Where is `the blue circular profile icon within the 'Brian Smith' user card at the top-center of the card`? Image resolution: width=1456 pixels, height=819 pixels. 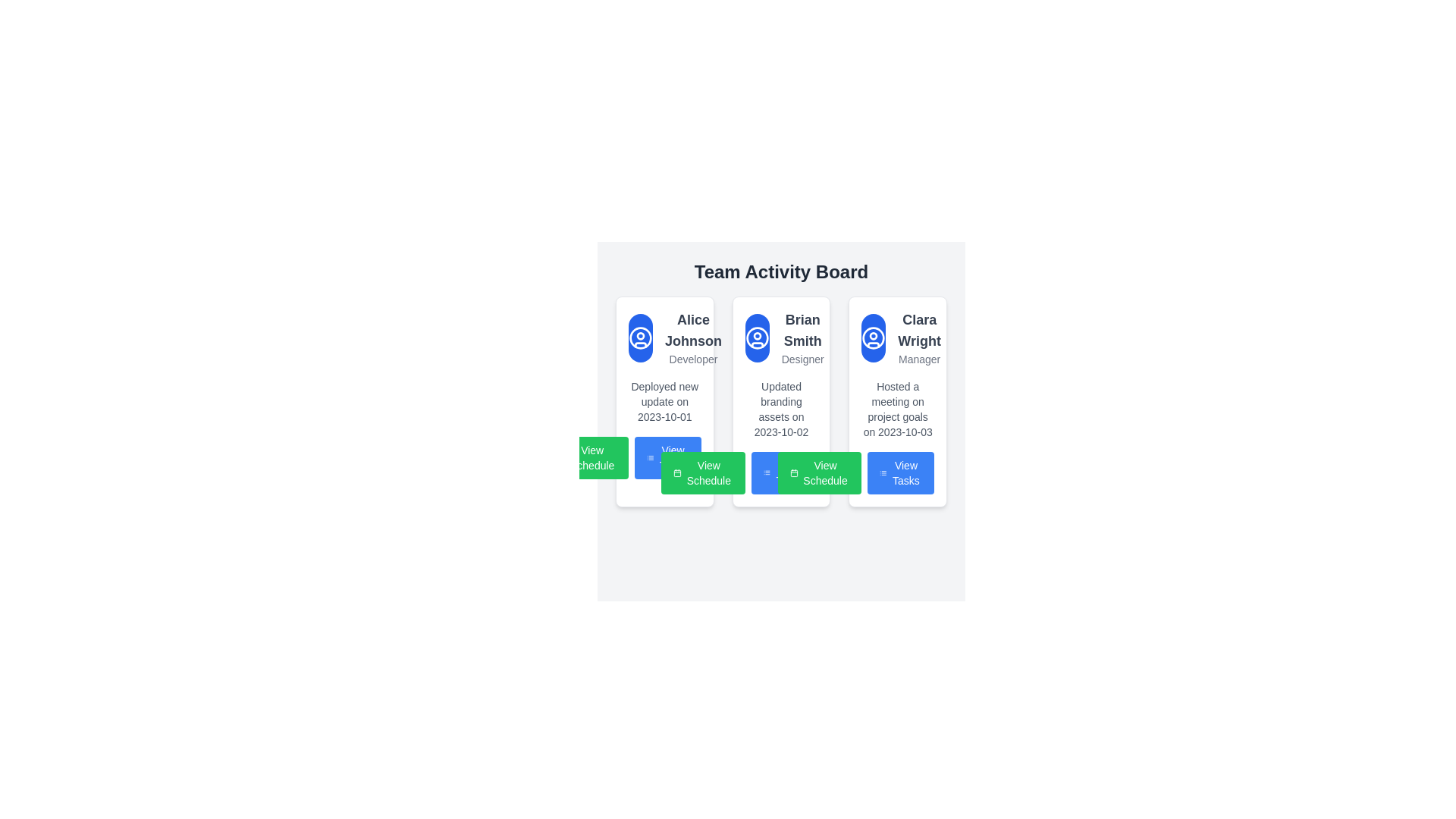
the blue circular profile icon within the 'Brian Smith' user card at the top-center of the card is located at coordinates (874, 337).